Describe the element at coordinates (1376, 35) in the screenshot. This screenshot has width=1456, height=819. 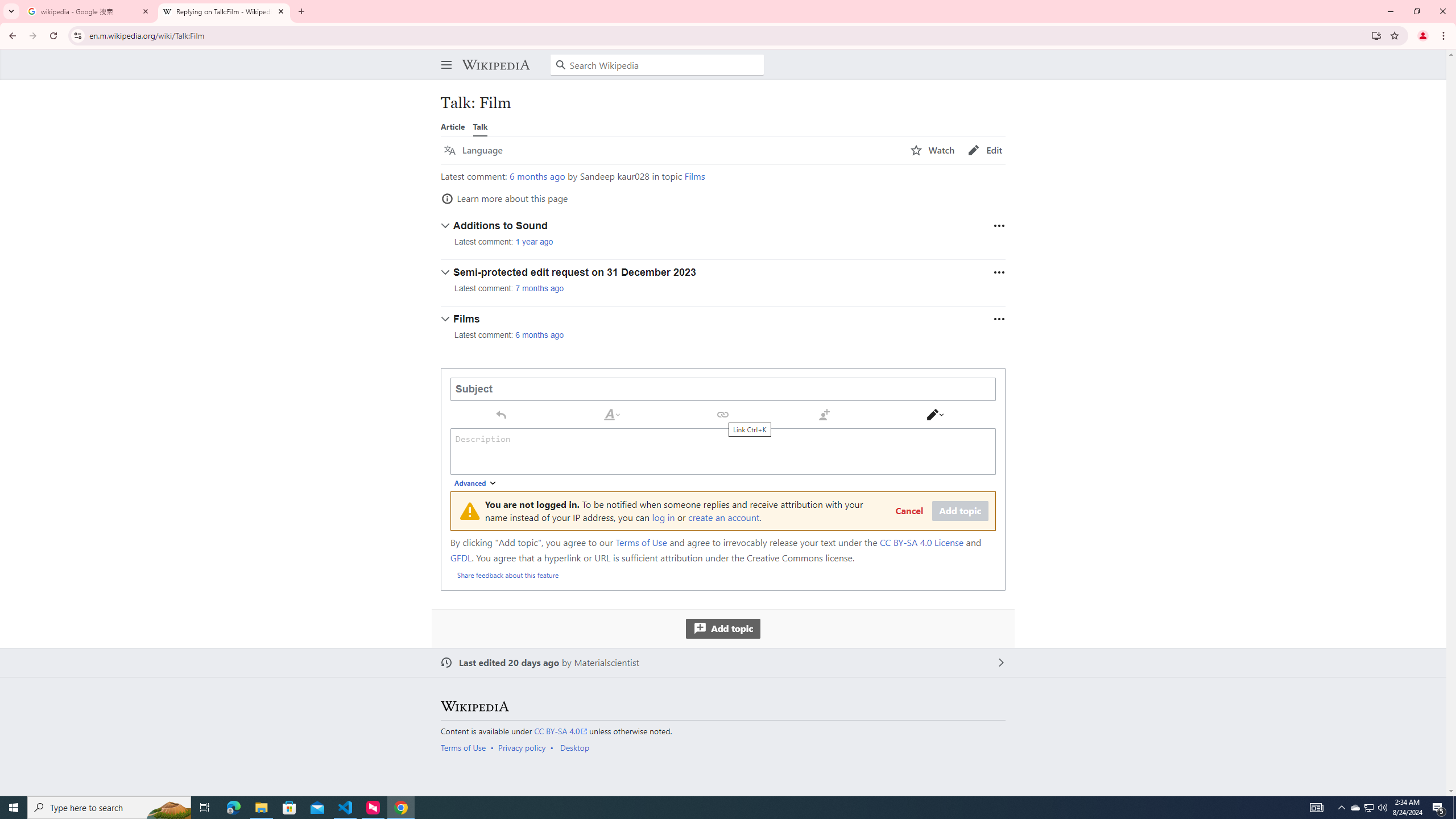
I see `'Install Wikipedia'` at that location.